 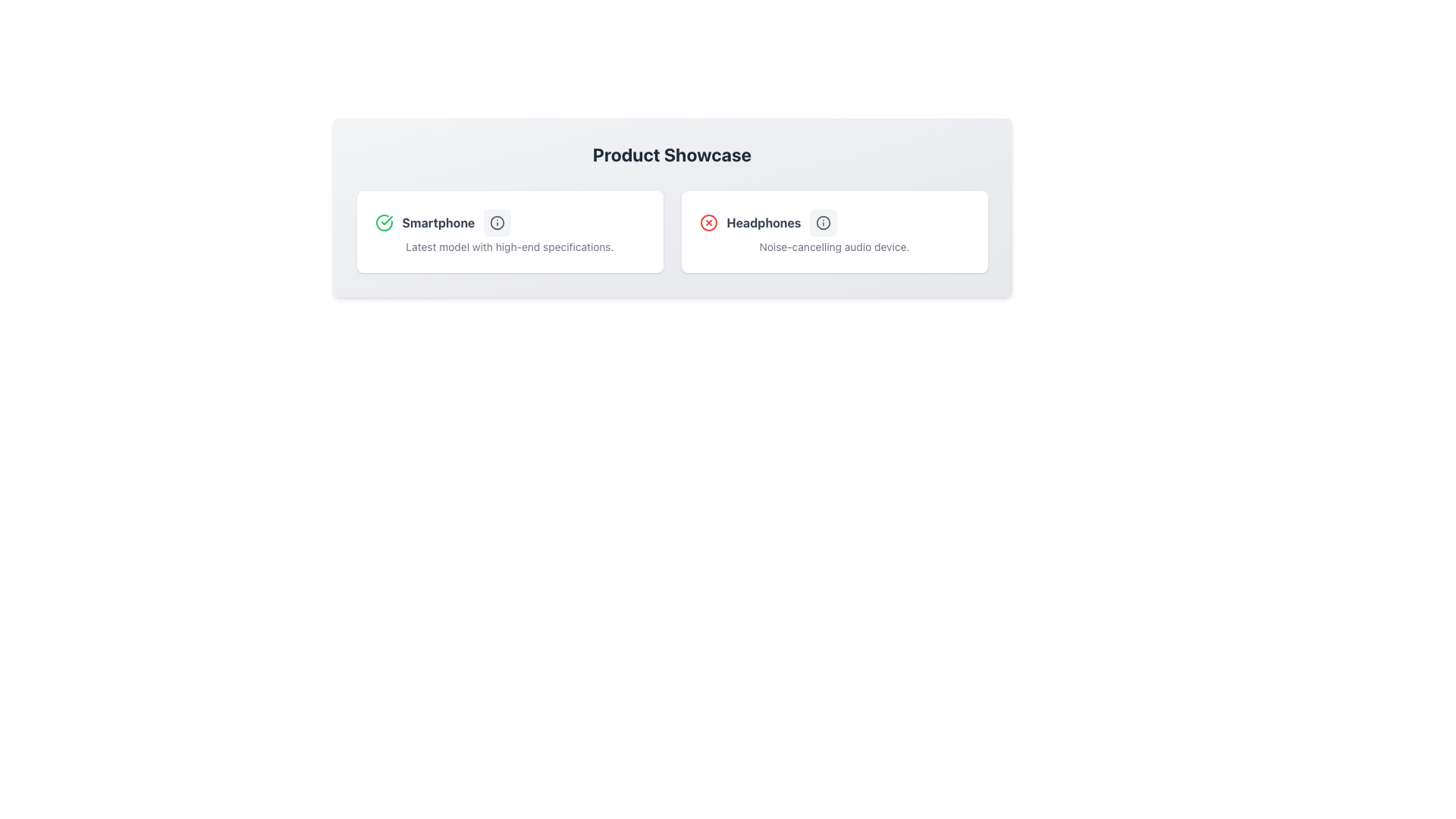 What do you see at coordinates (497, 222) in the screenshot?
I see `the Information icon located on the right side of the text 'Smartphone' within the left card` at bounding box center [497, 222].